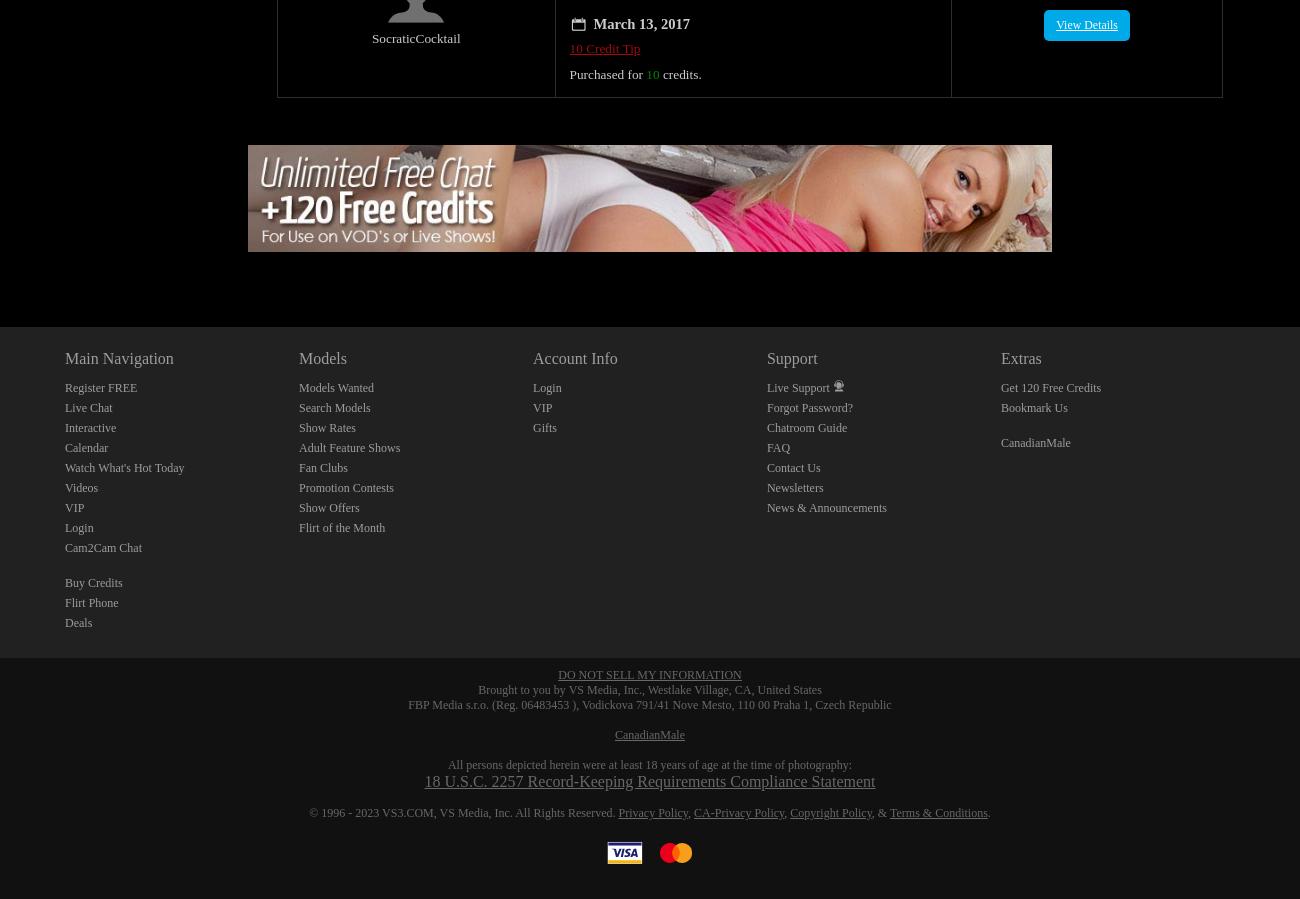 Image resolution: width=1300 pixels, height=899 pixels. I want to click on 'Privacy Policy', so click(651, 791).